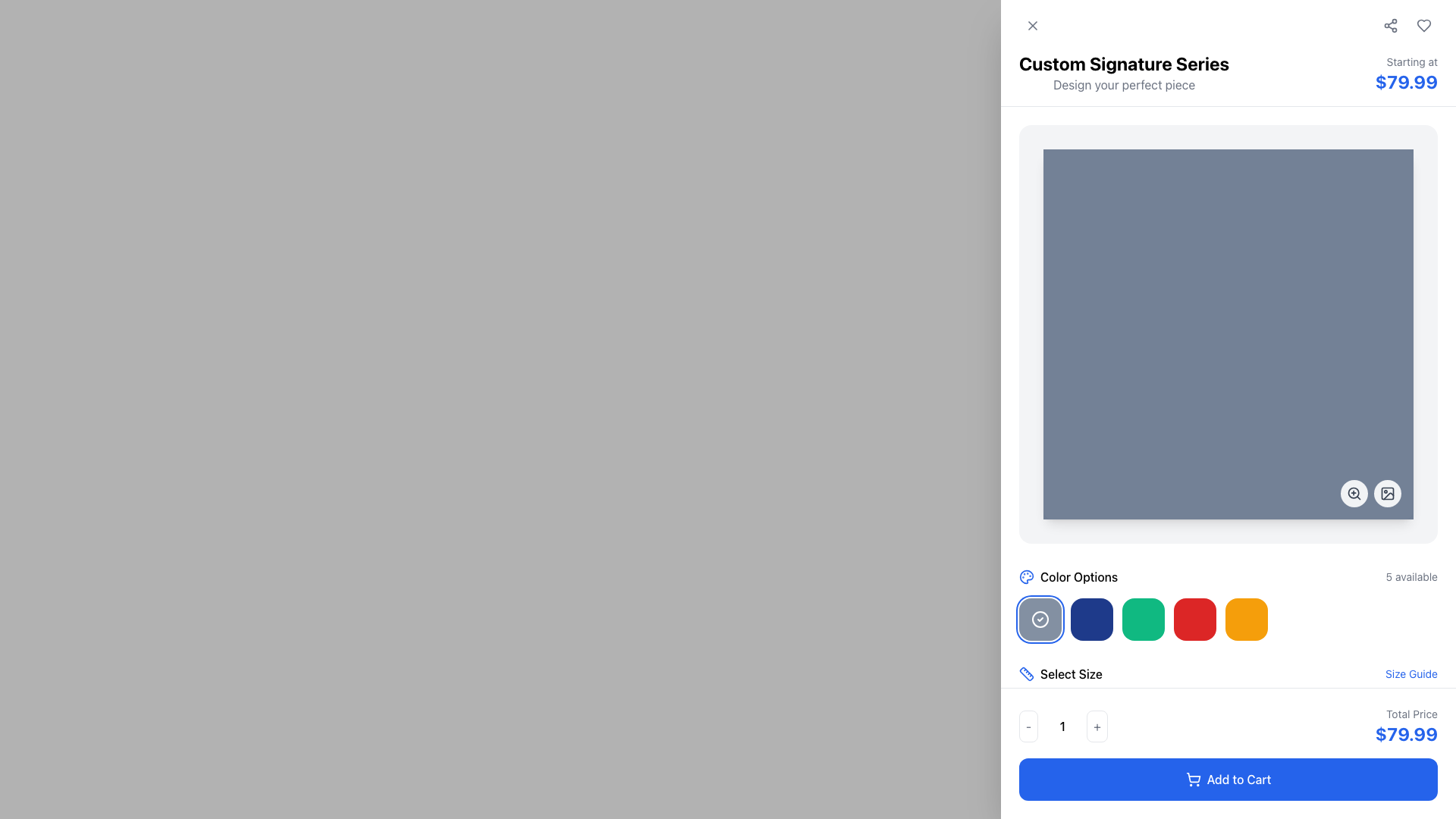 The width and height of the screenshot is (1456, 819). I want to click on the vibrant ruby red square button with rounded corners in the color selection interface, so click(1194, 620).